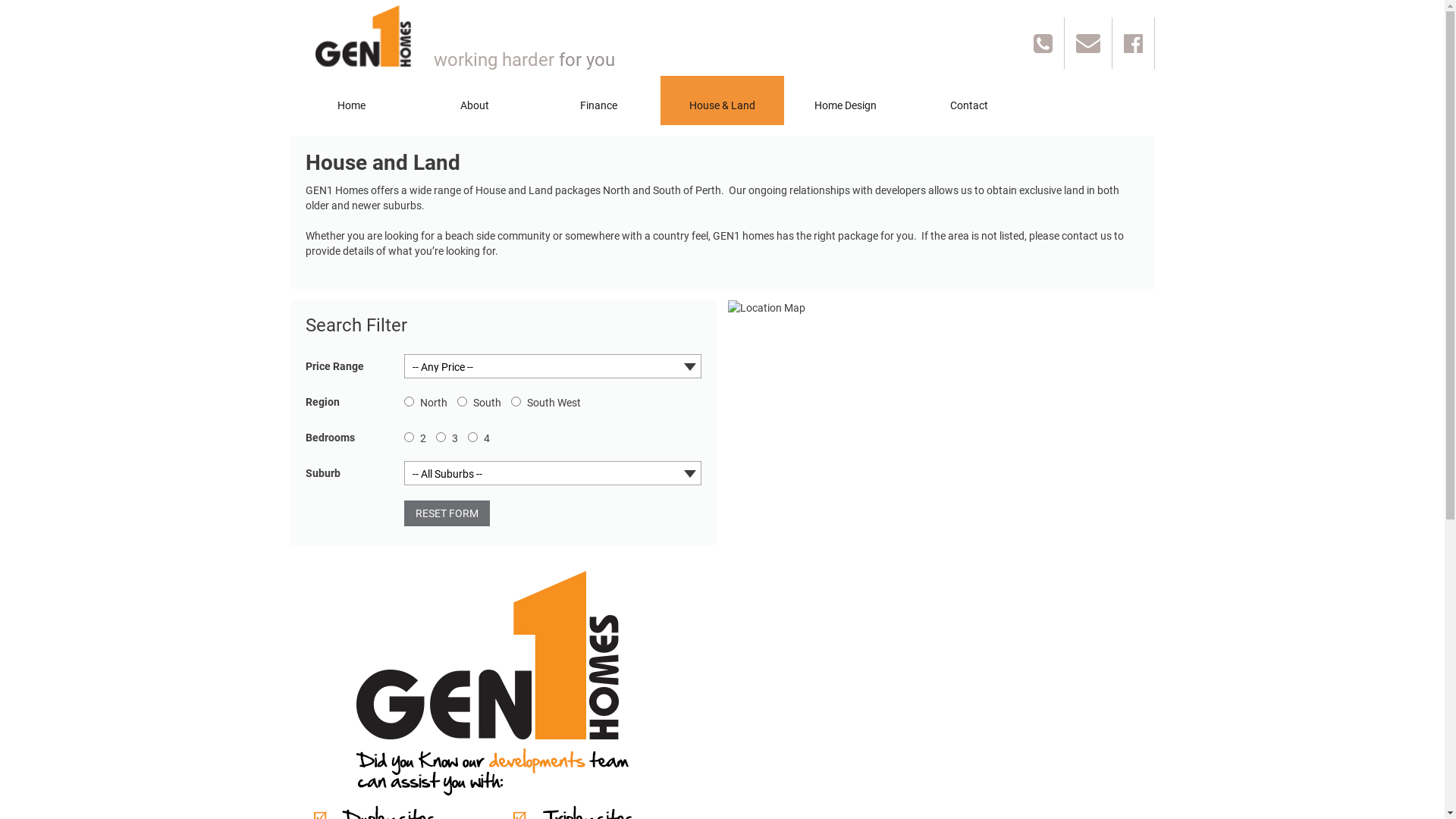  I want to click on 'Home Design', so click(845, 104).